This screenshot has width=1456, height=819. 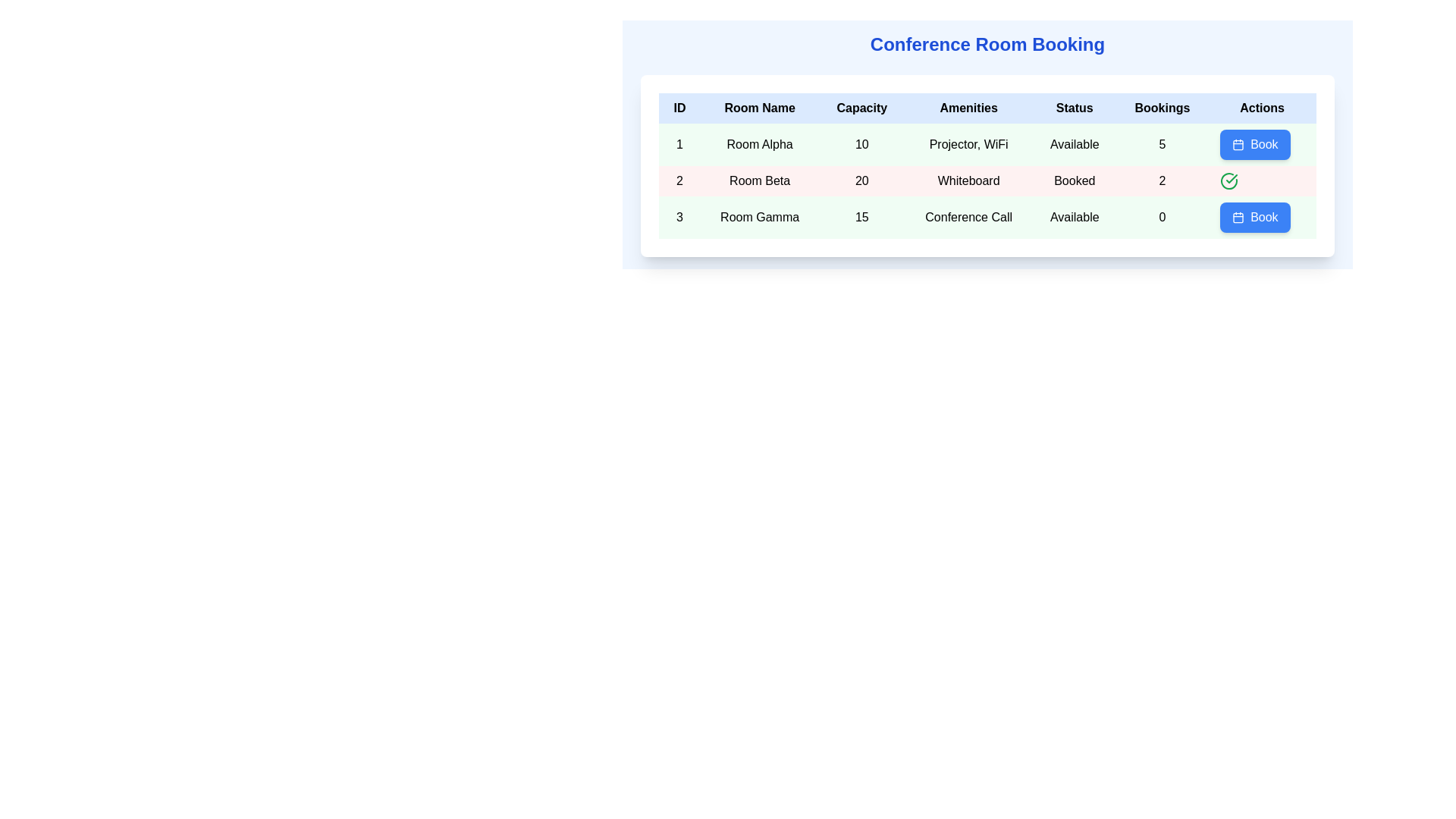 What do you see at coordinates (1238, 145) in the screenshot?
I see `the small calendar icon with a blue background located inside the 'Book' button in the 'Actions' column for 'Room Gamma'` at bounding box center [1238, 145].